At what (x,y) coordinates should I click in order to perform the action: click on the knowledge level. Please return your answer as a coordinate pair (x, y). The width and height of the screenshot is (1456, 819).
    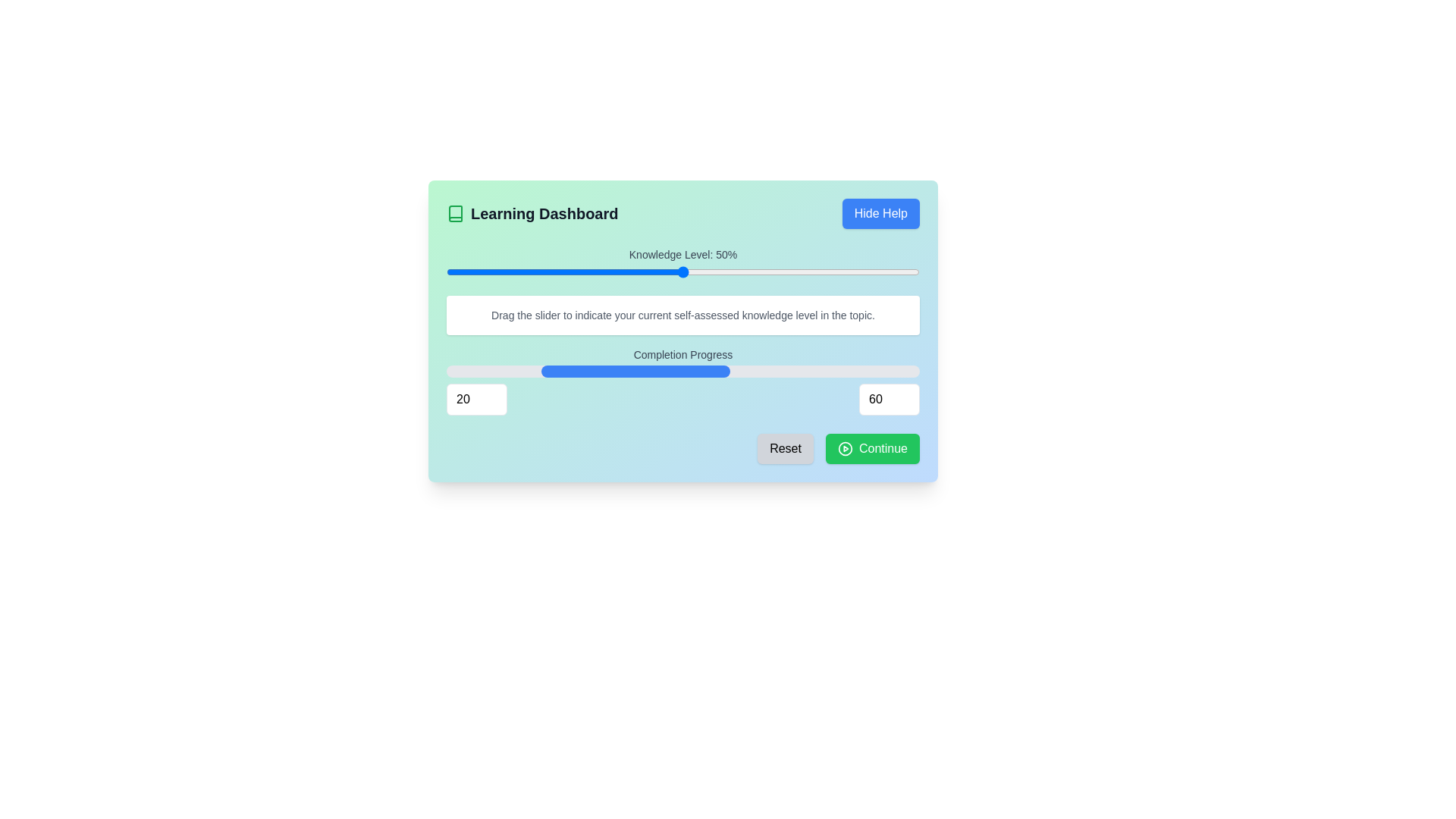
    Looking at the image, I should click on (569, 271).